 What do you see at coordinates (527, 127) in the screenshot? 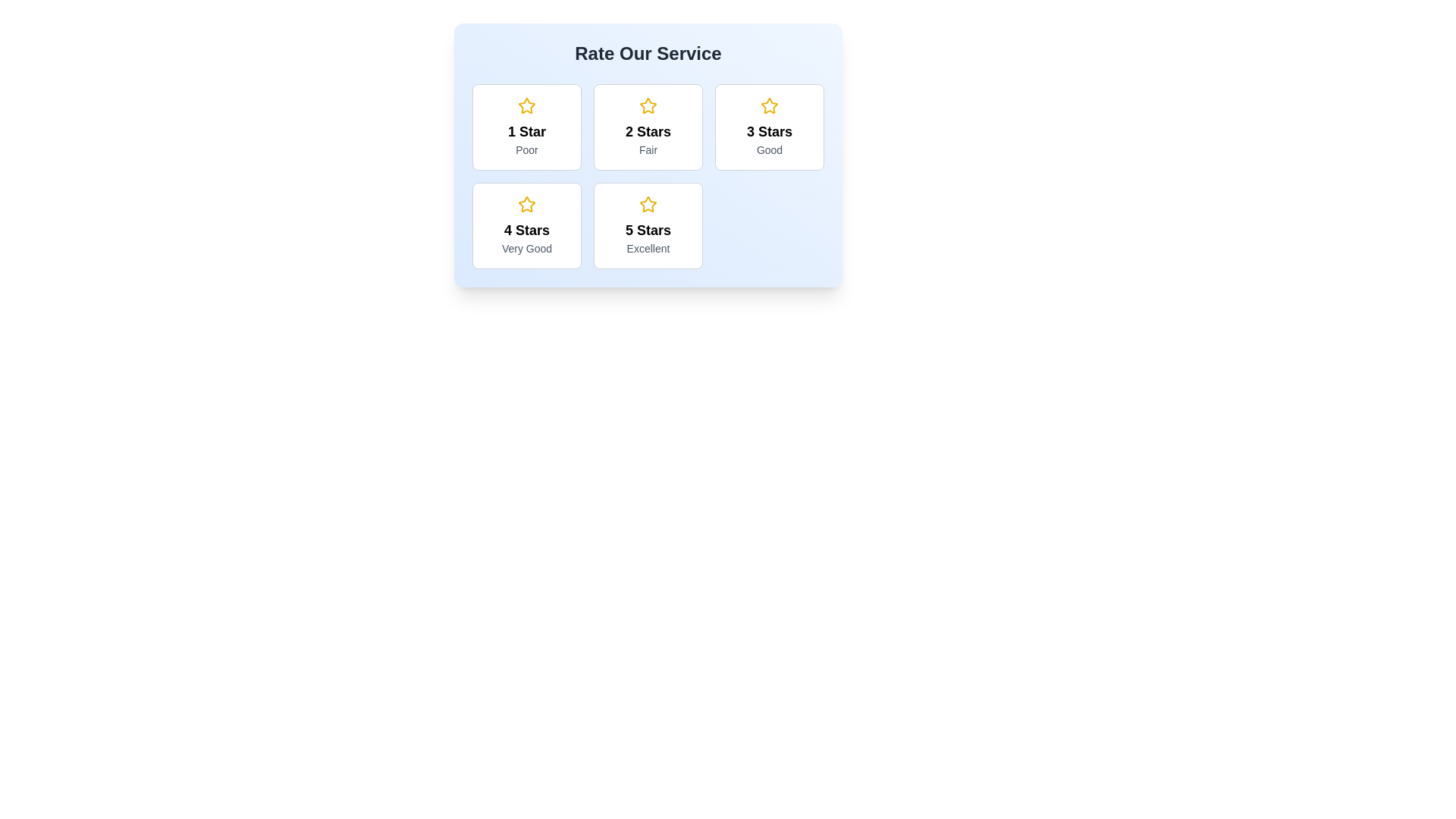
I see `the '1 Star' Rating card located in the top-left corner of the rating options grid to rate the service as 1 star` at bounding box center [527, 127].